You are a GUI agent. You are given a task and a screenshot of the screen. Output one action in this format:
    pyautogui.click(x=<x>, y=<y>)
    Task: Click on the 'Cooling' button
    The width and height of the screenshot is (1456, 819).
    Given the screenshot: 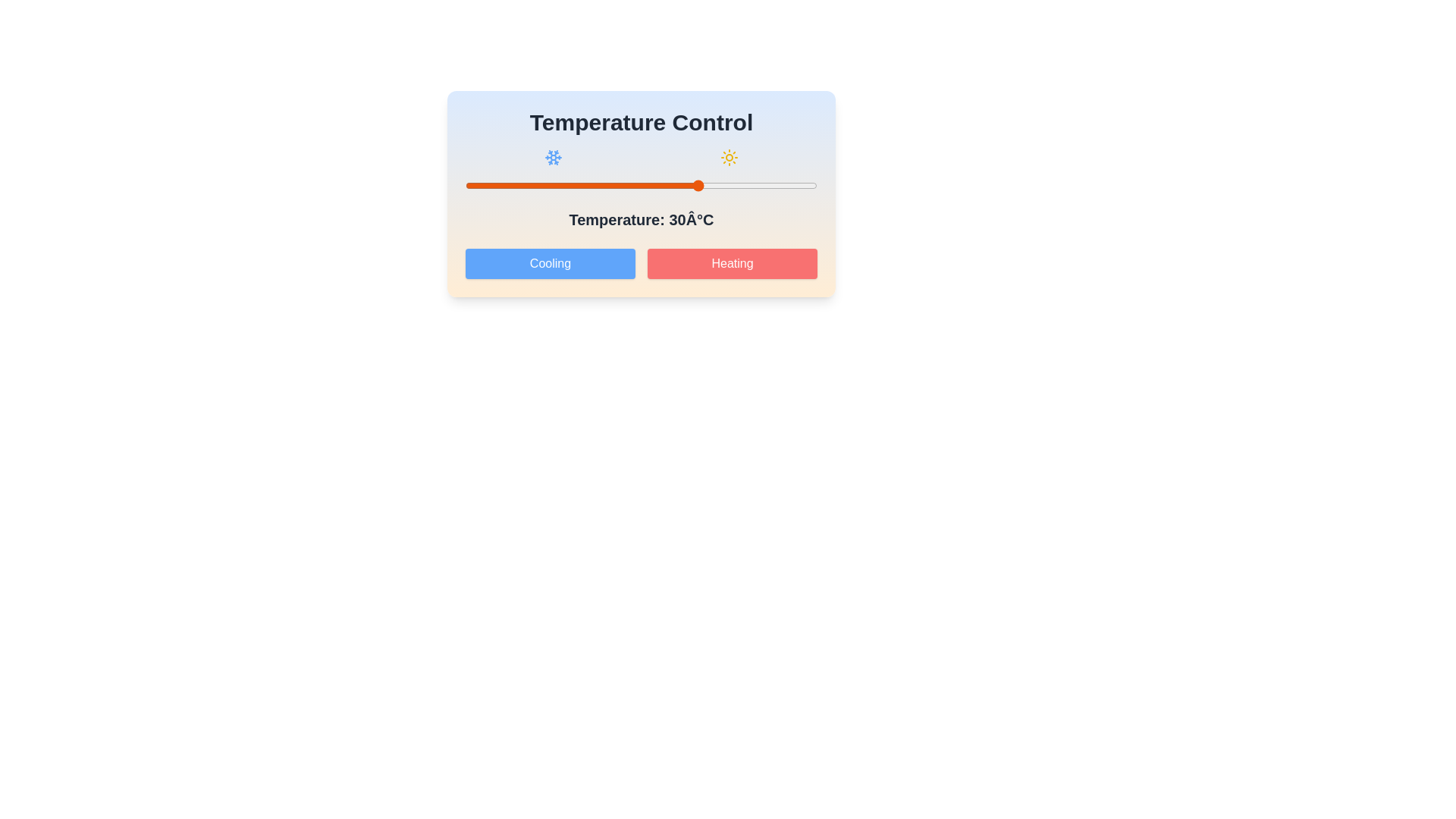 What is the action you would take?
    pyautogui.click(x=549, y=262)
    